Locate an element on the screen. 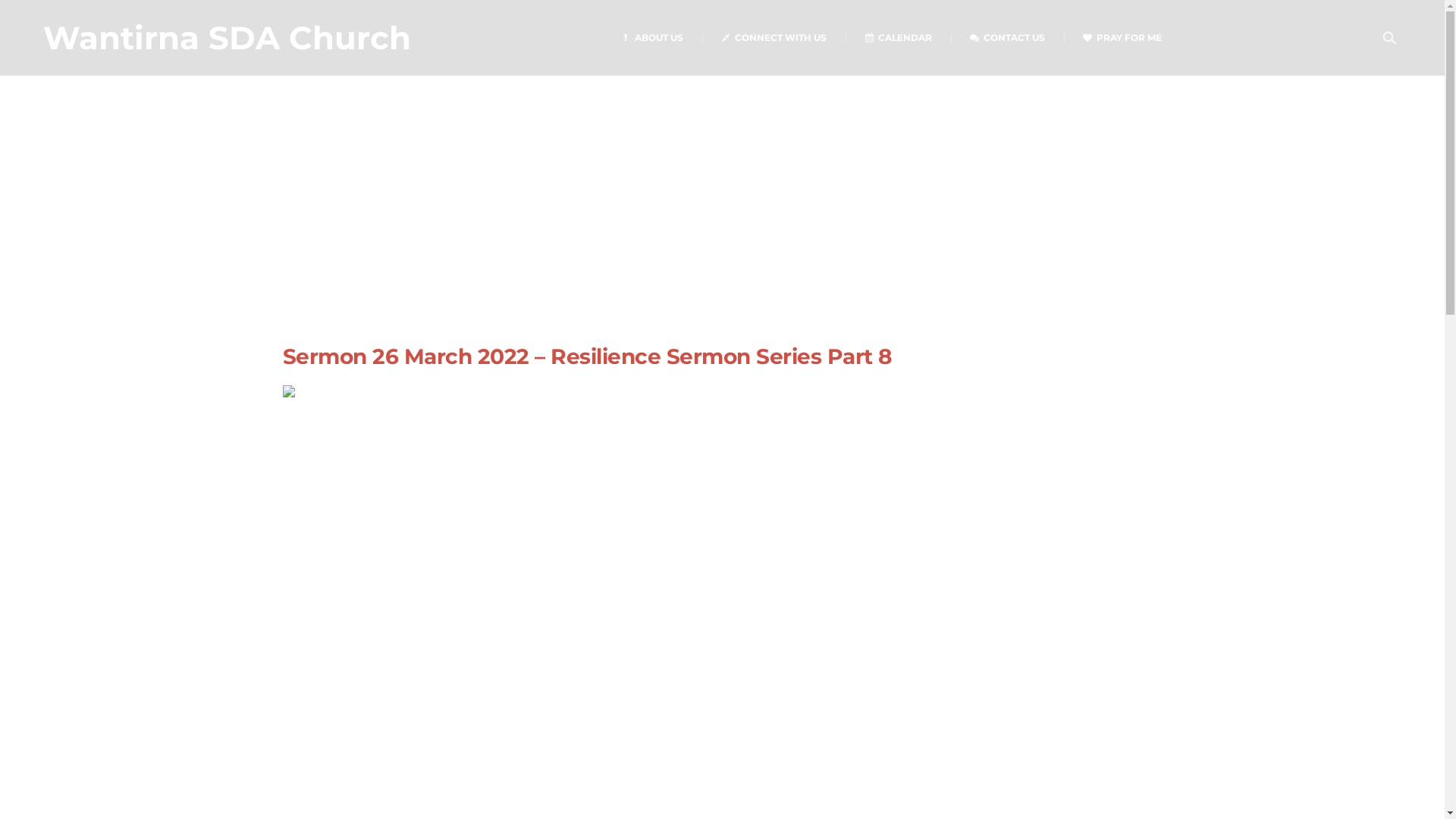 The image size is (1456, 819). 'CONTACT US' is located at coordinates (949, 36).